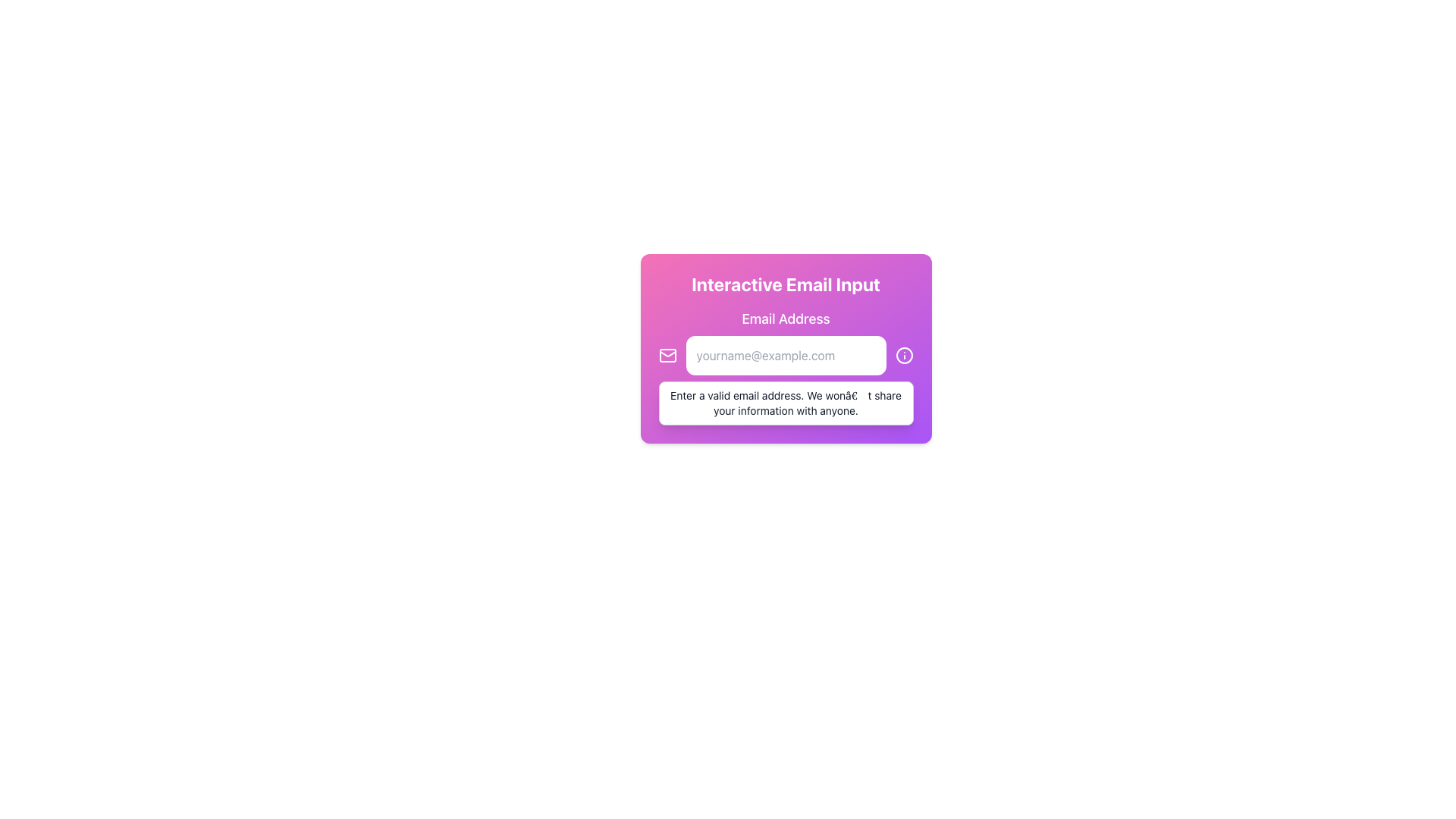  What do you see at coordinates (786, 284) in the screenshot?
I see `the header text element that provides context about the section, positioned directly above the 'Email Address' label within a rounded rectangular section` at bounding box center [786, 284].